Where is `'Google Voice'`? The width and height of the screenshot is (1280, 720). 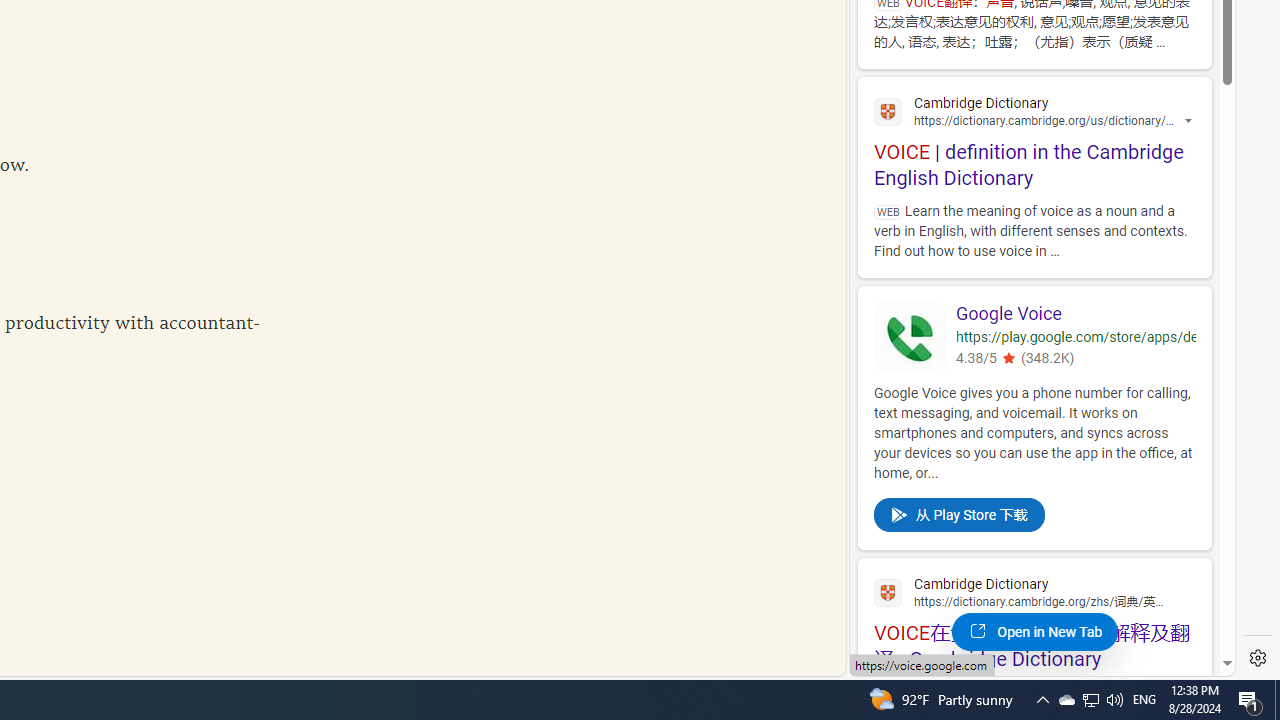 'Google Voice' is located at coordinates (1074, 315).